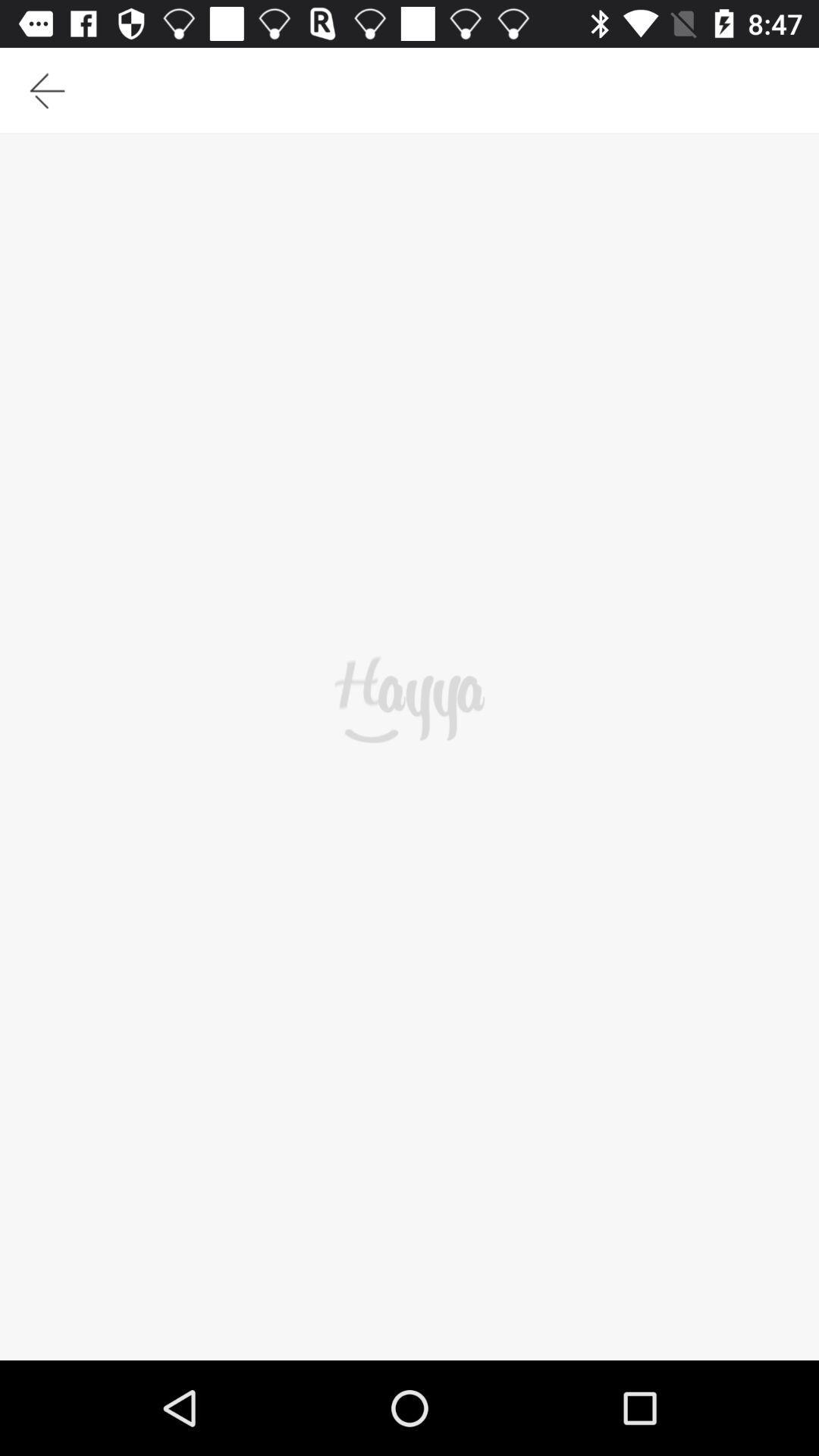 The width and height of the screenshot is (819, 1456). Describe the element at coordinates (46, 96) in the screenshot. I see `the arrow_backward icon` at that location.